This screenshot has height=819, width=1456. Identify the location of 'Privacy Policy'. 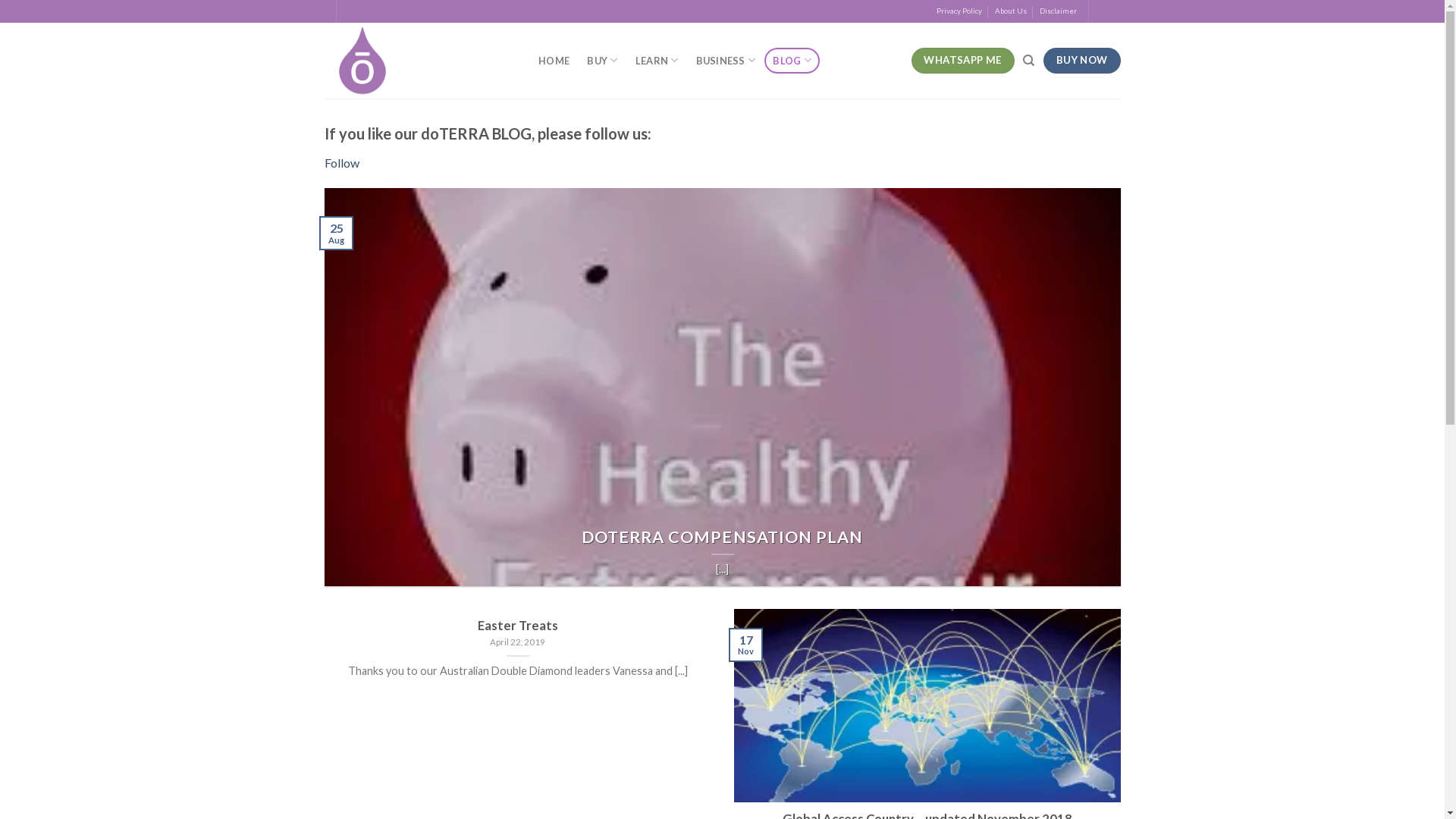
(959, 11).